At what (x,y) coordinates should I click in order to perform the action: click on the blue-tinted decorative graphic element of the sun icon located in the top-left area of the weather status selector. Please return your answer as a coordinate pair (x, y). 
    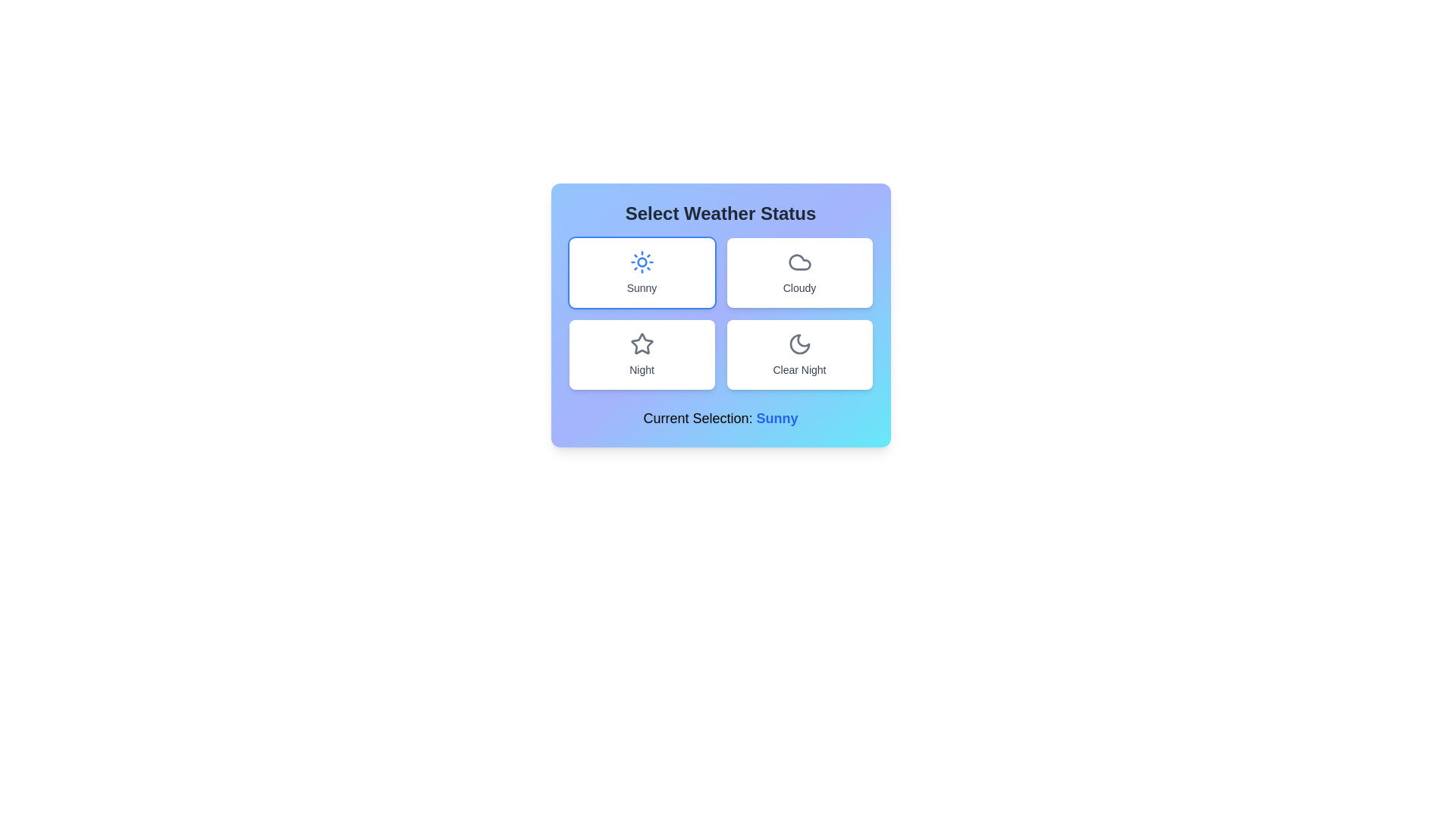
    Looking at the image, I should click on (642, 262).